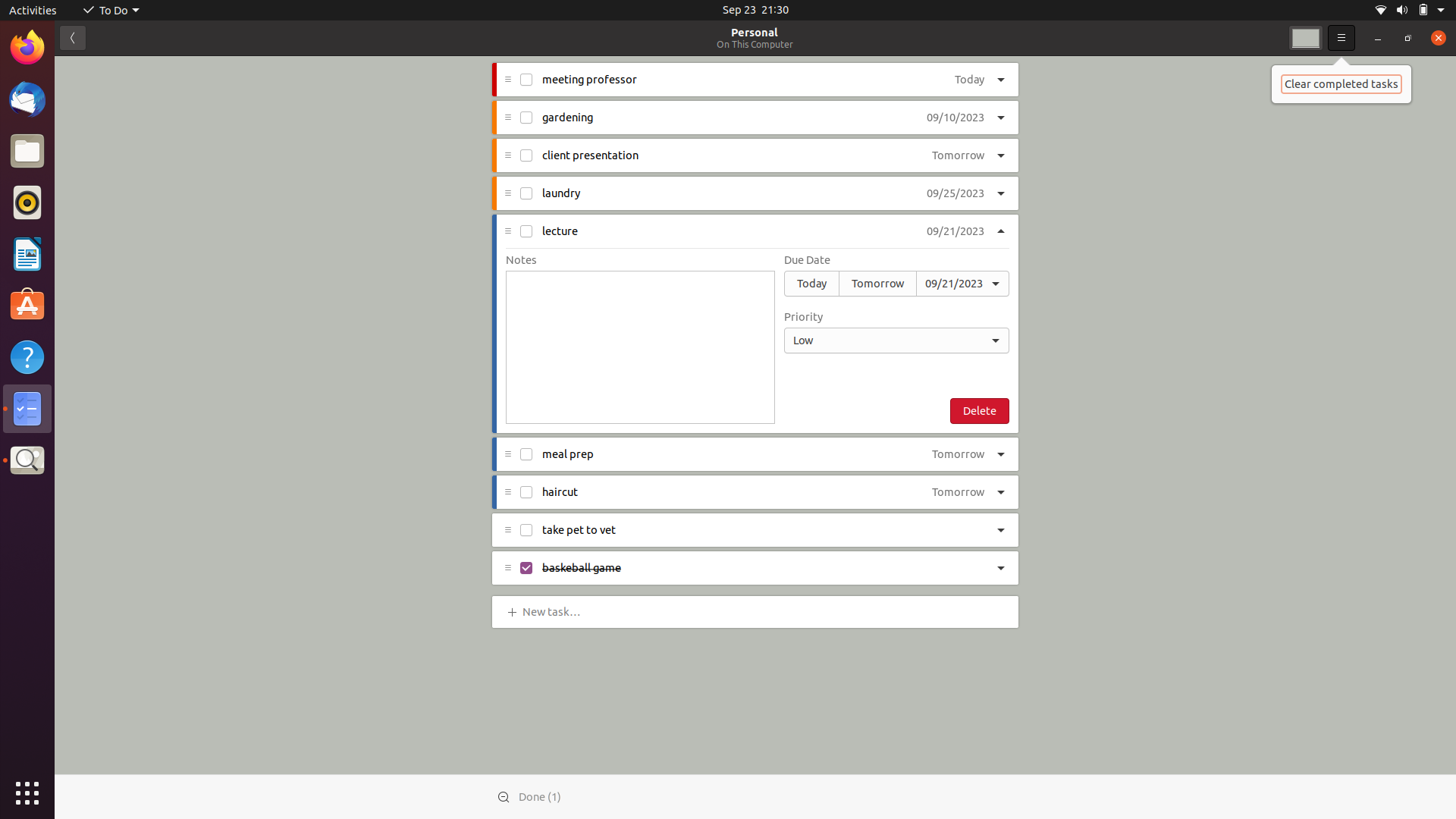  What do you see at coordinates (526, 569) in the screenshot?
I see `Complete the "baseball game" checkbox task` at bounding box center [526, 569].